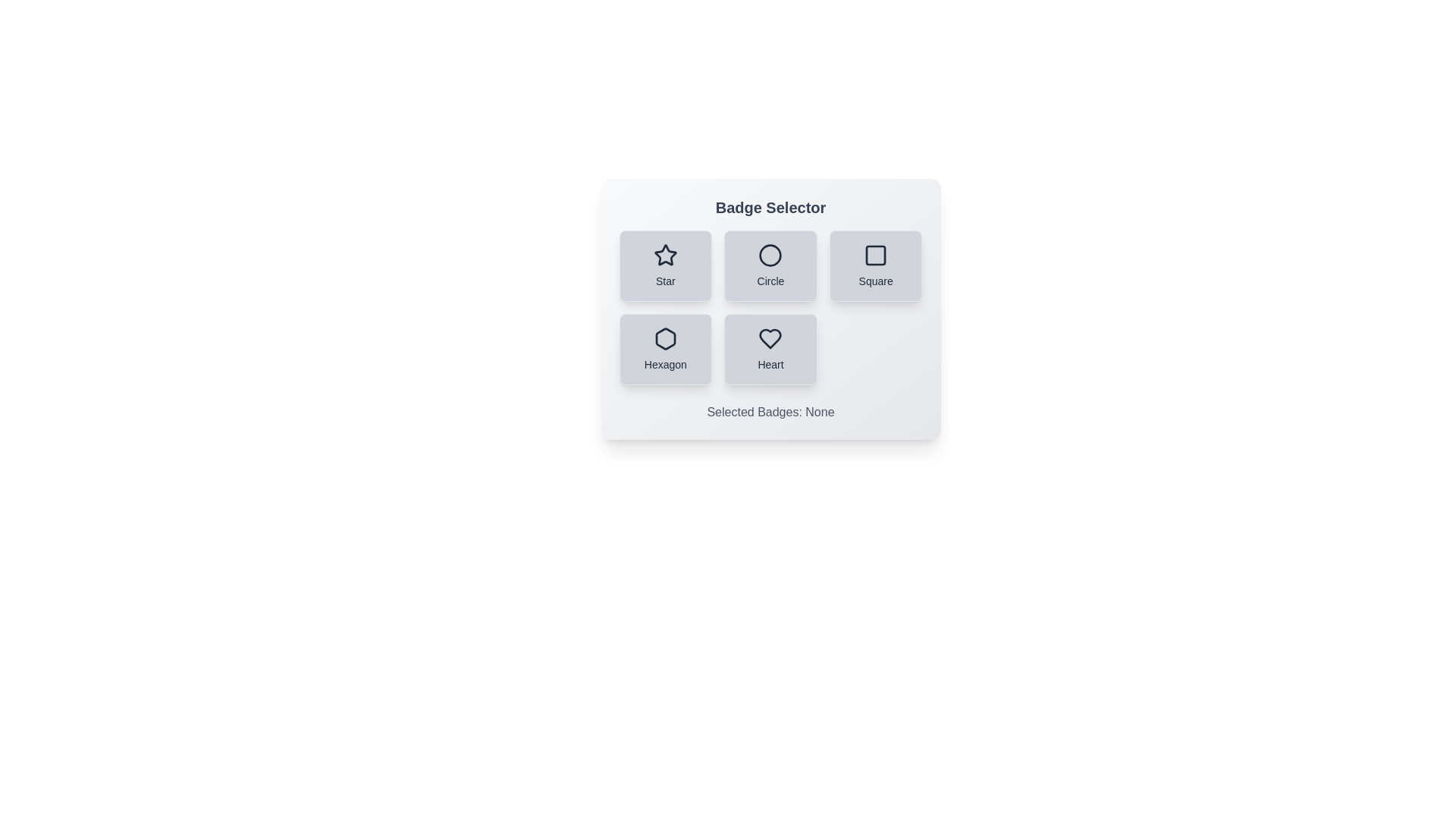 Image resolution: width=1456 pixels, height=819 pixels. Describe the element at coordinates (770, 350) in the screenshot. I see `the badge button labeled Heart to observe its visual feedback` at that location.